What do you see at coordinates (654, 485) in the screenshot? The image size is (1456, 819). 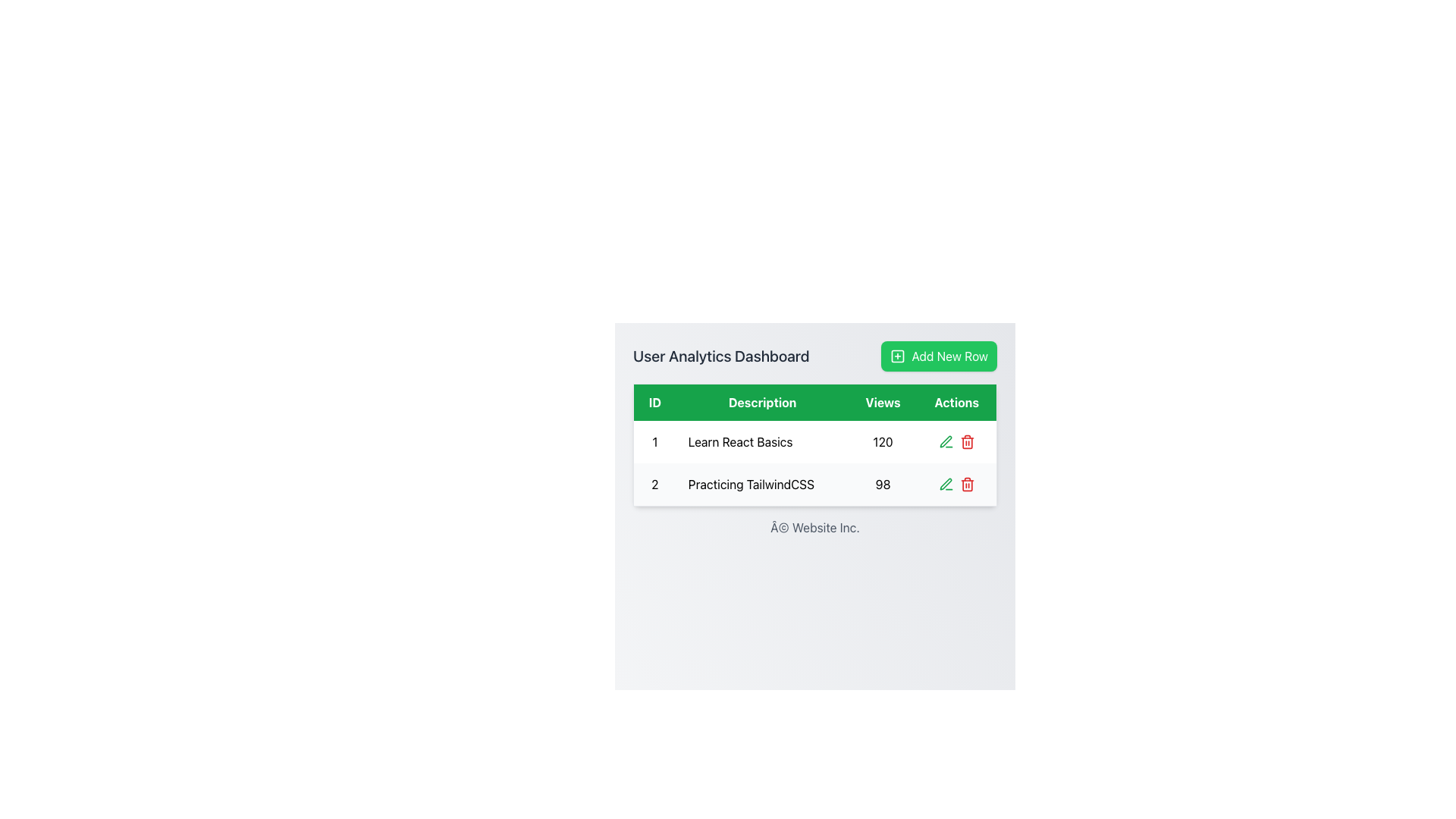 I see `the numerical text display showing '2', located in the first cell of the second row under the 'ID' column of a data table` at bounding box center [654, 485].